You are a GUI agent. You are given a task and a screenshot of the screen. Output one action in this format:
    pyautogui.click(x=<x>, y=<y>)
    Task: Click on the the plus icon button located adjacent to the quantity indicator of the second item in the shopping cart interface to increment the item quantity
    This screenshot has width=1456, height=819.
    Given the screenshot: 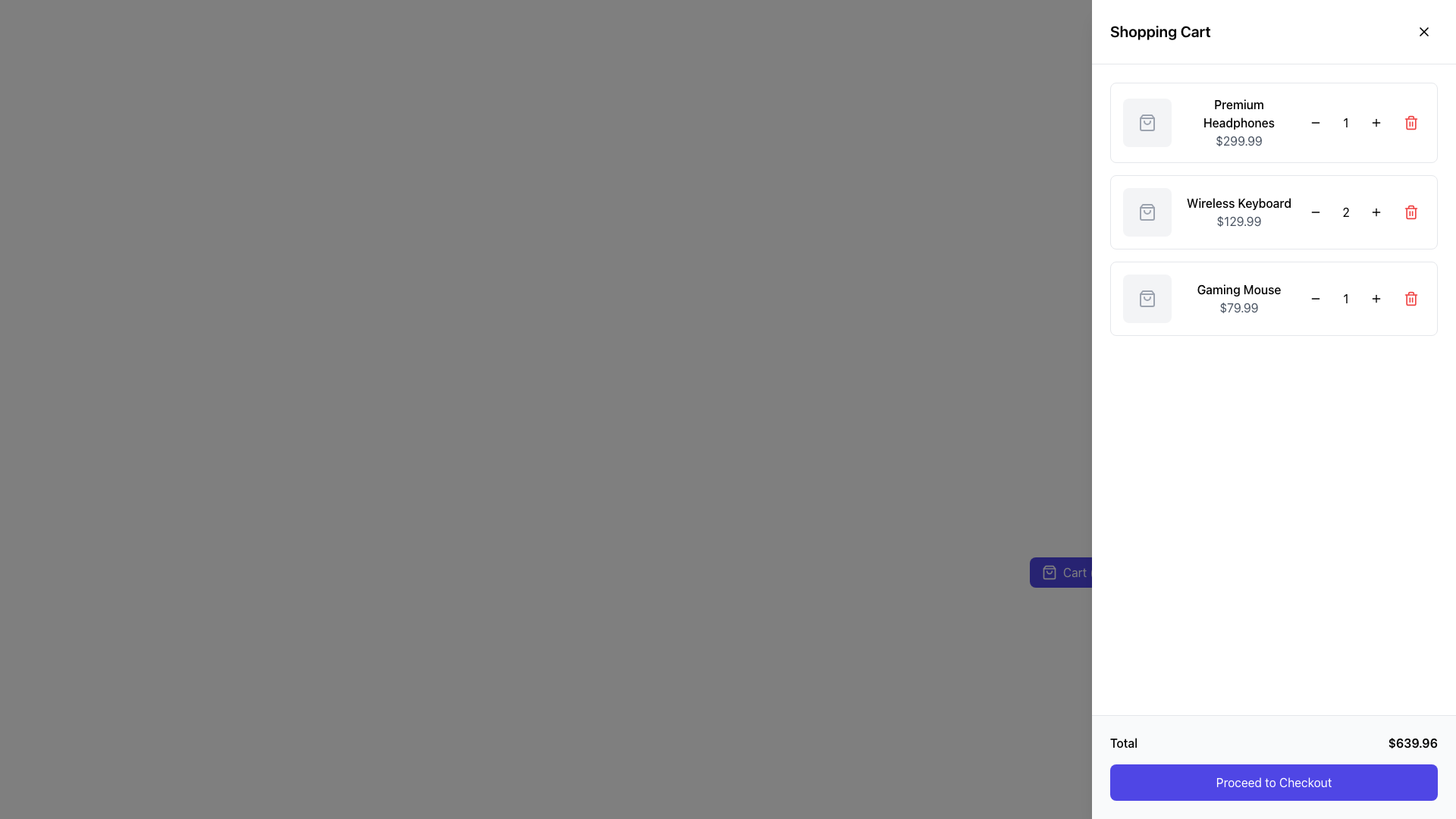 What is the action you would take?
    pyautogui.click(x=1376, y=212)
    